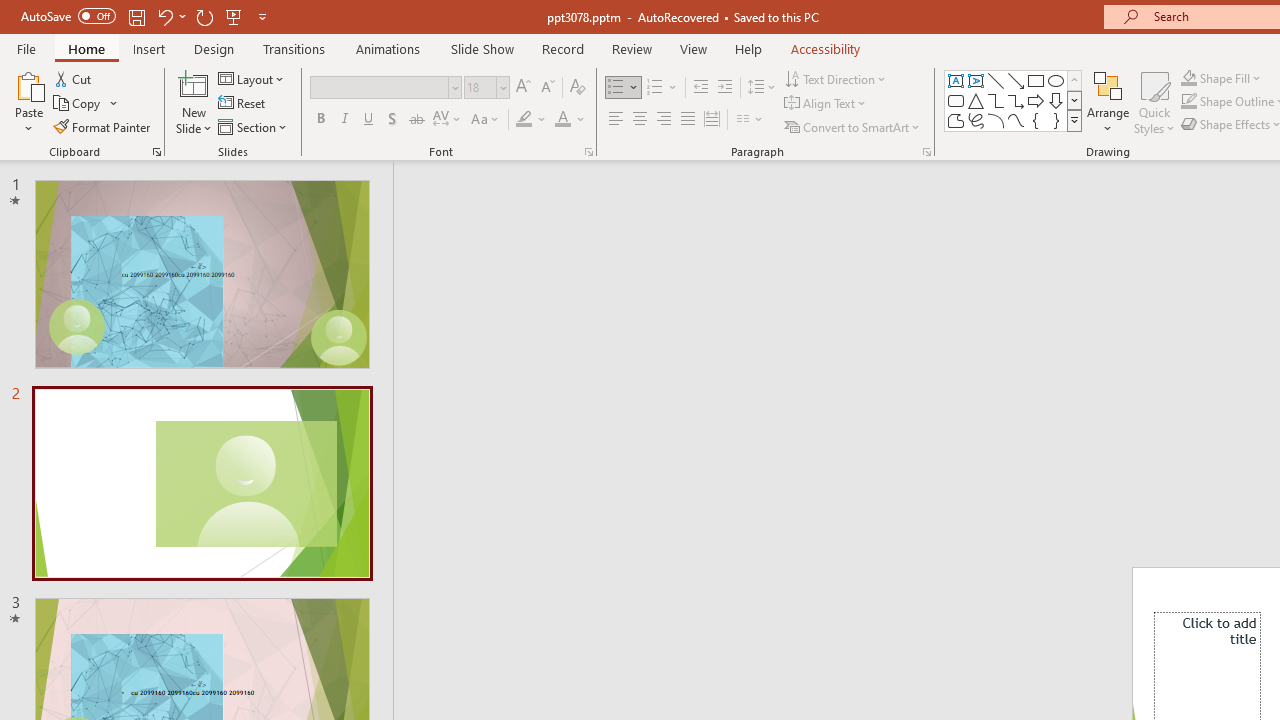 The height and width of the screenshot is (720, 1280). Describe the element at coordinates (955, 100) in the screenshot. I see `'Rectangle: Rounded Corners'` at that location.